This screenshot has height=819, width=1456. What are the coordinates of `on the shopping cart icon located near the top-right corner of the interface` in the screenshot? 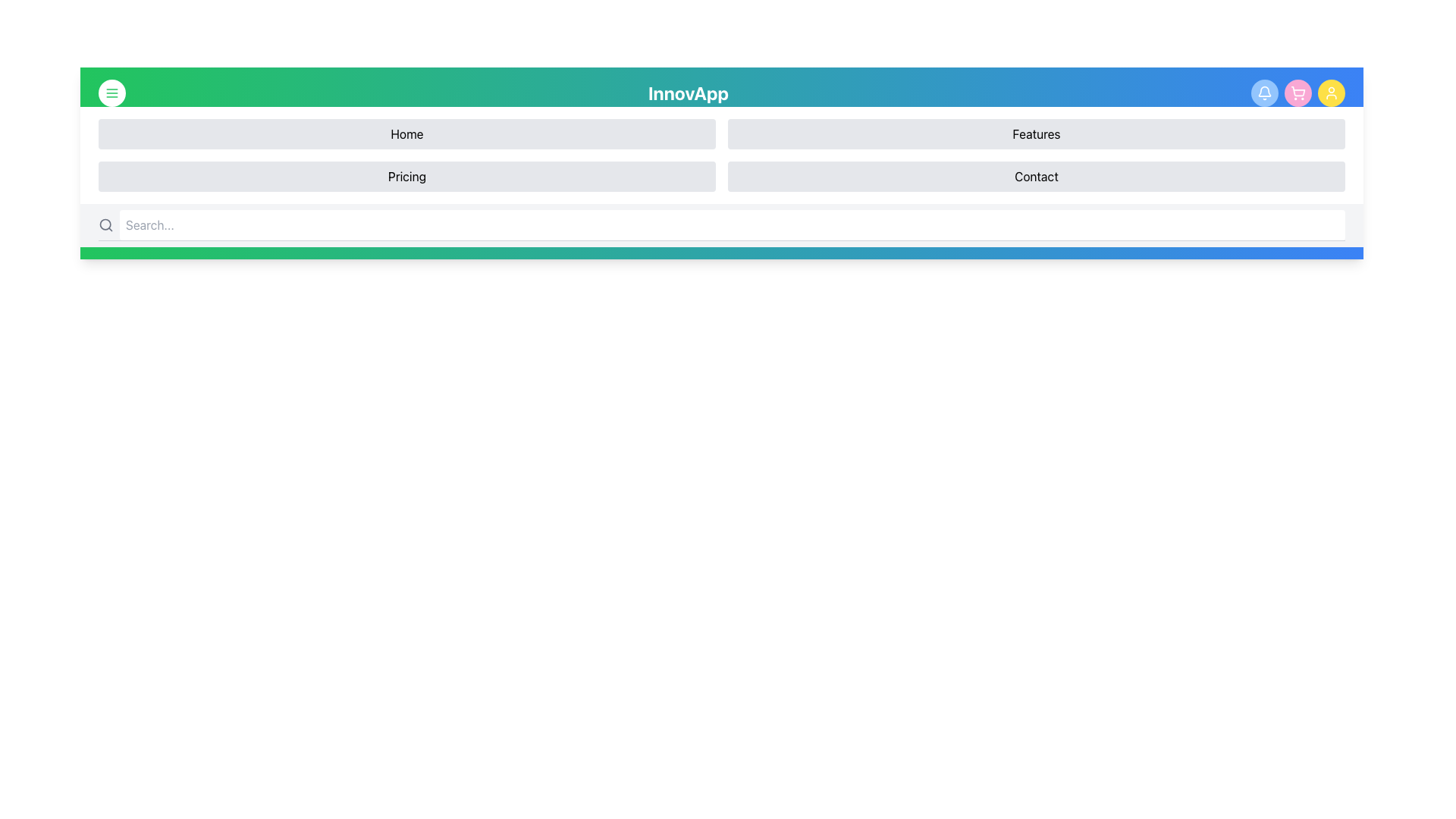 It's located at (1298, 91).